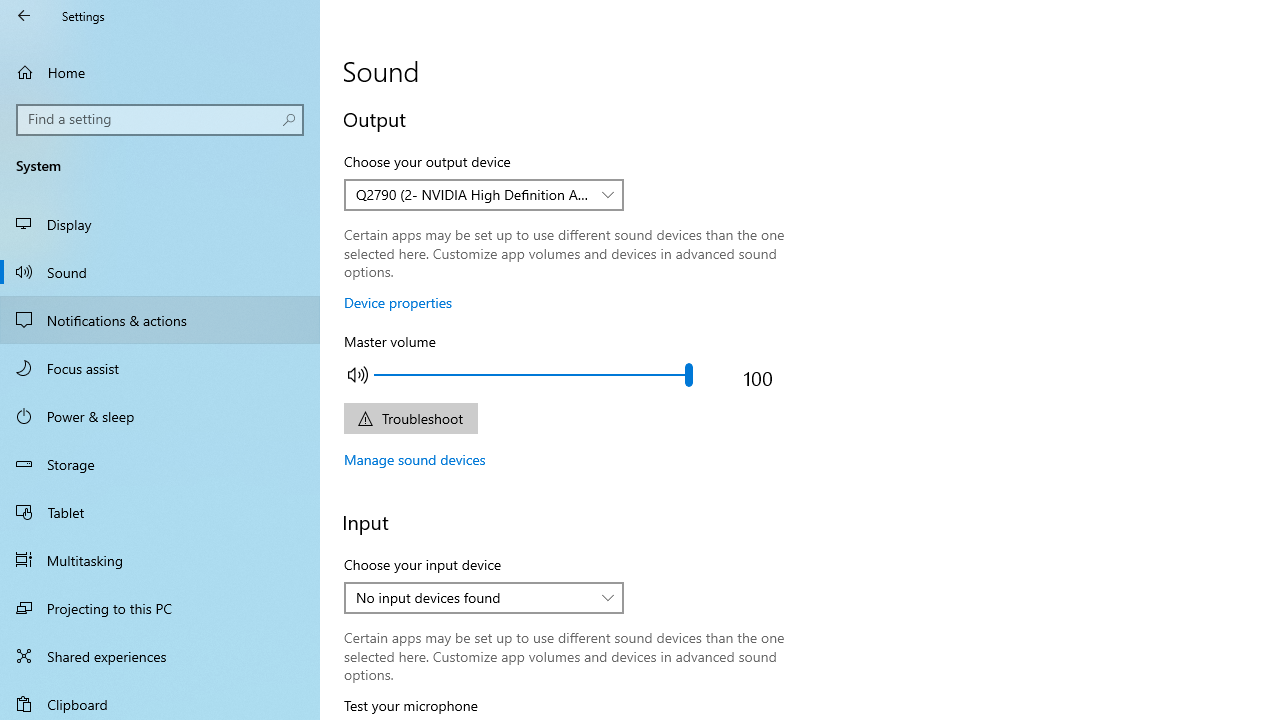 This screenshot has height=720, width=1280. Describe the element at coordinates (484, 596) in the screenshot. I see `'Choose your input device'` at that location.